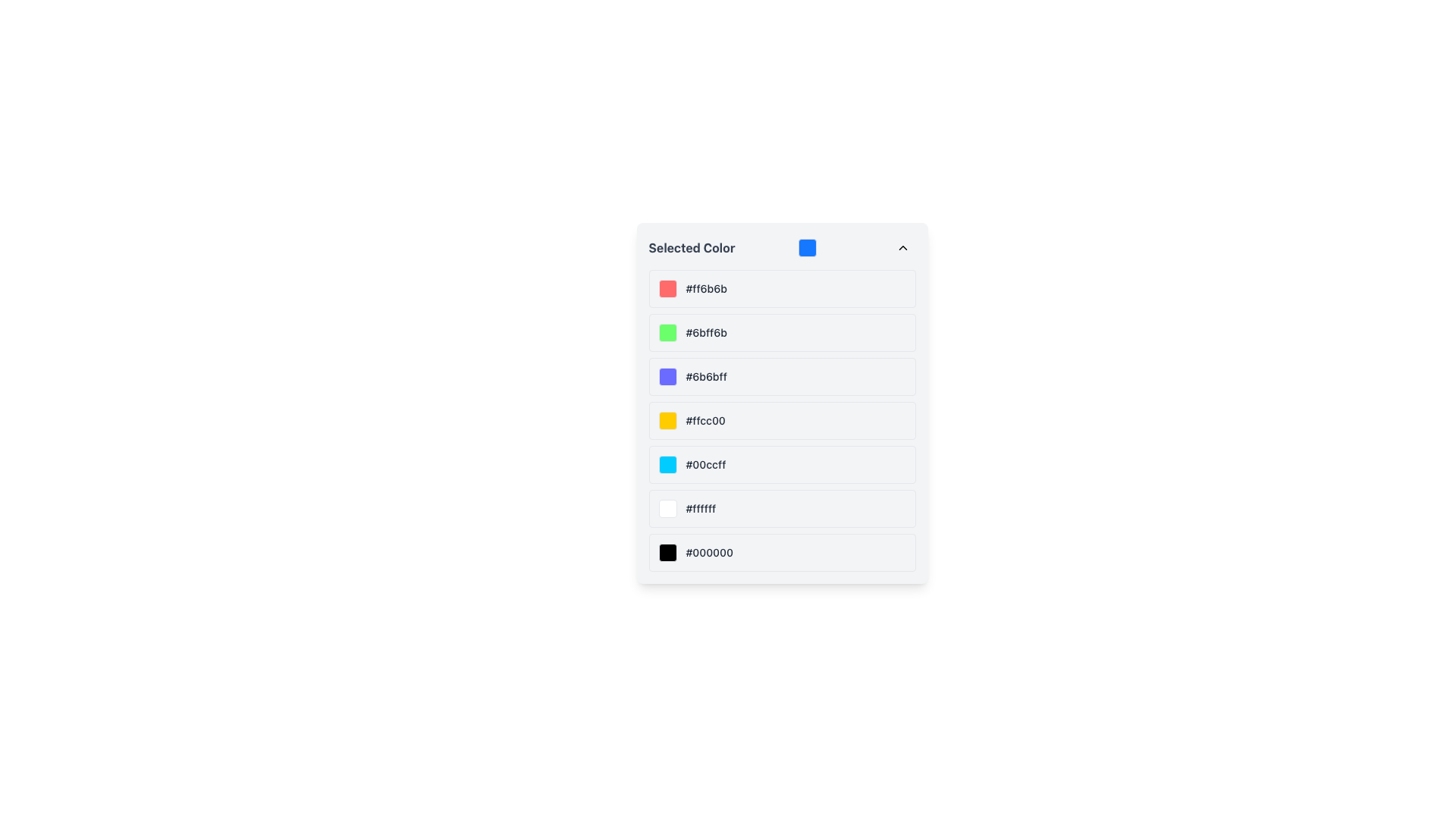  What do you see at coordinates (705, 332) in the screenshot?
I see `the static text displaying the color code '#6bff6b' in light gray font, located in the second row of color options, next to the green square icon` at bounding box center [705, 332].